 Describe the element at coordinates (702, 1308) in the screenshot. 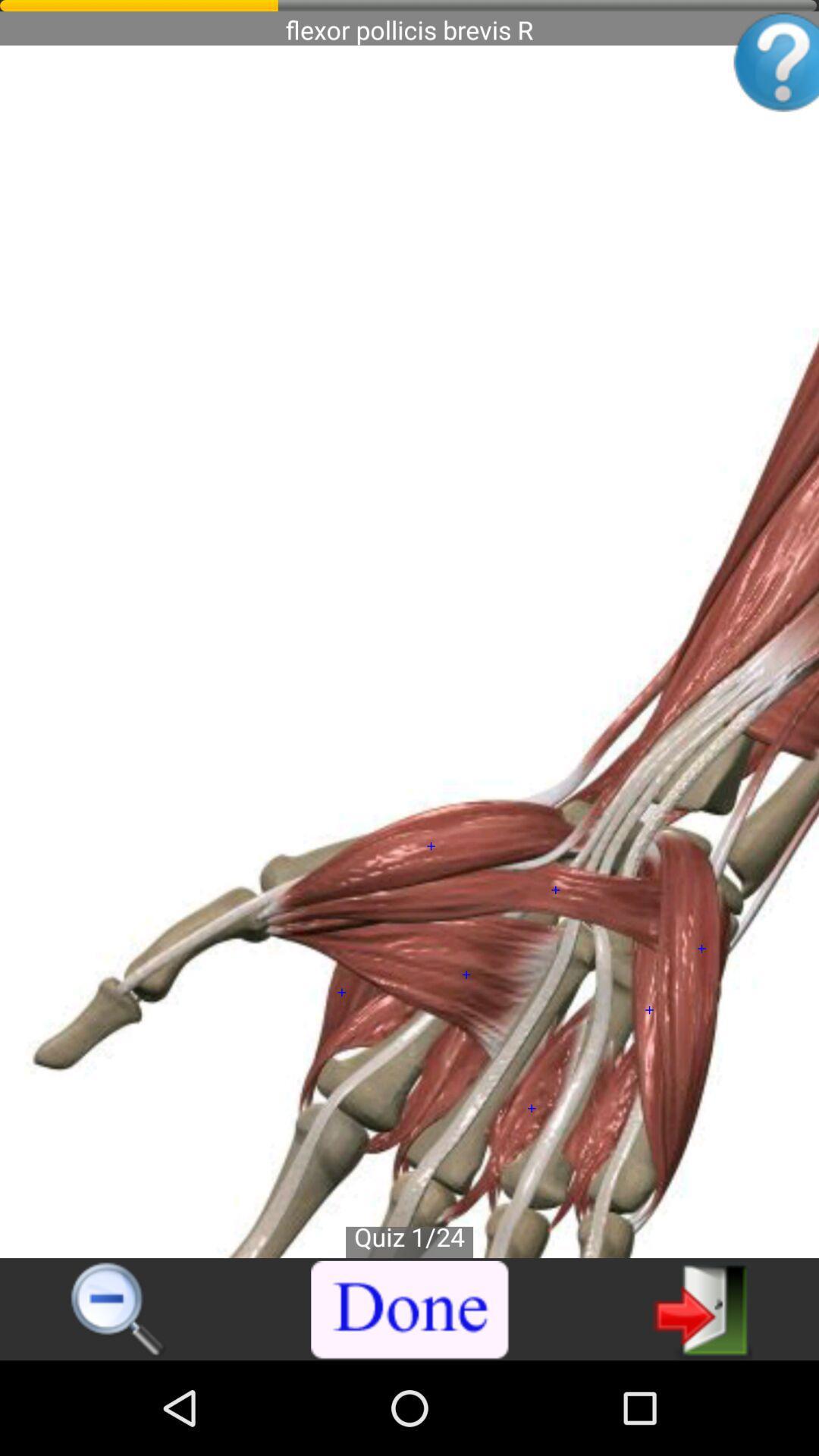

I see `exit` at that location.